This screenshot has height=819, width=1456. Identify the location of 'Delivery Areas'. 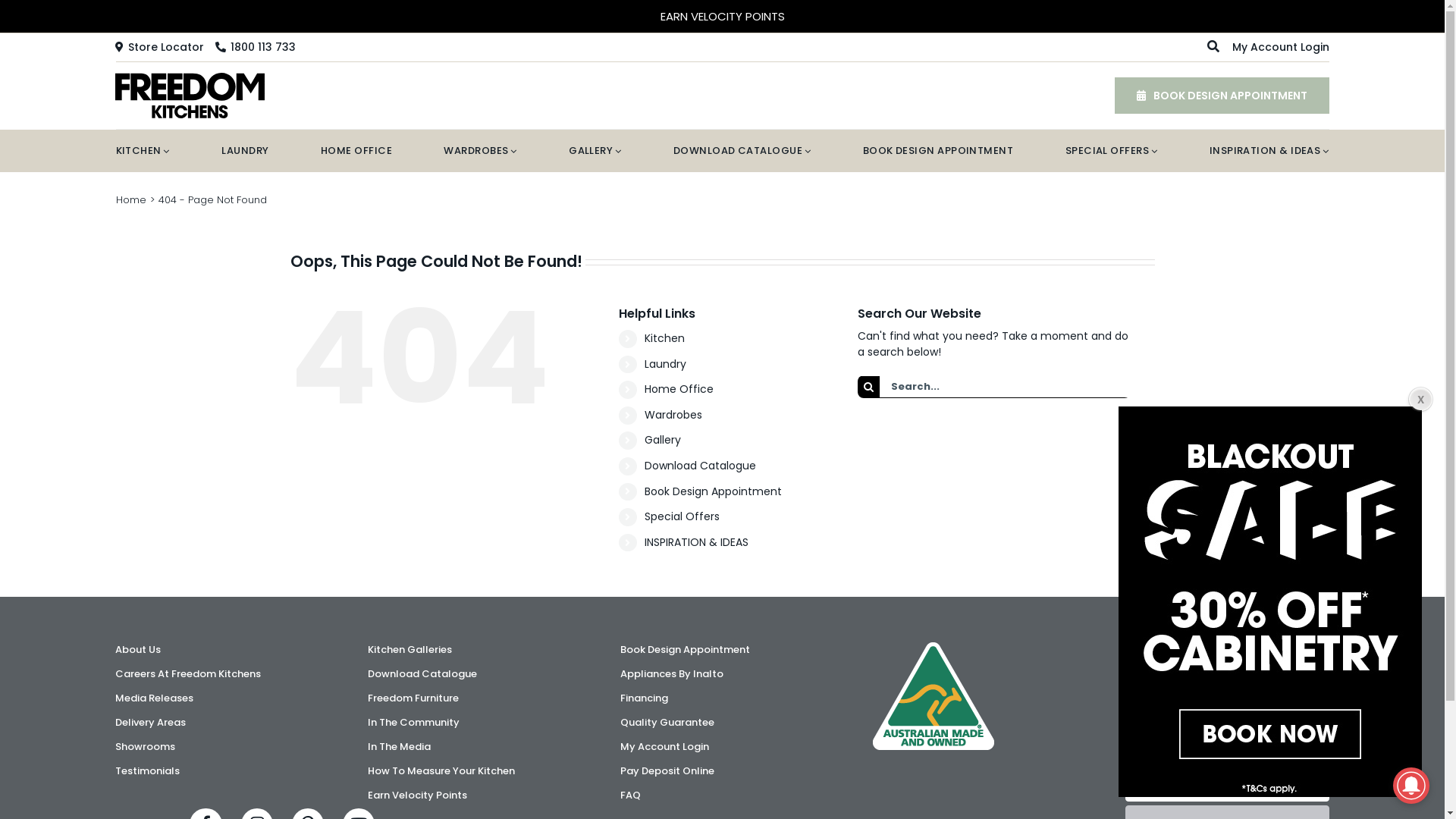
(115, 721).